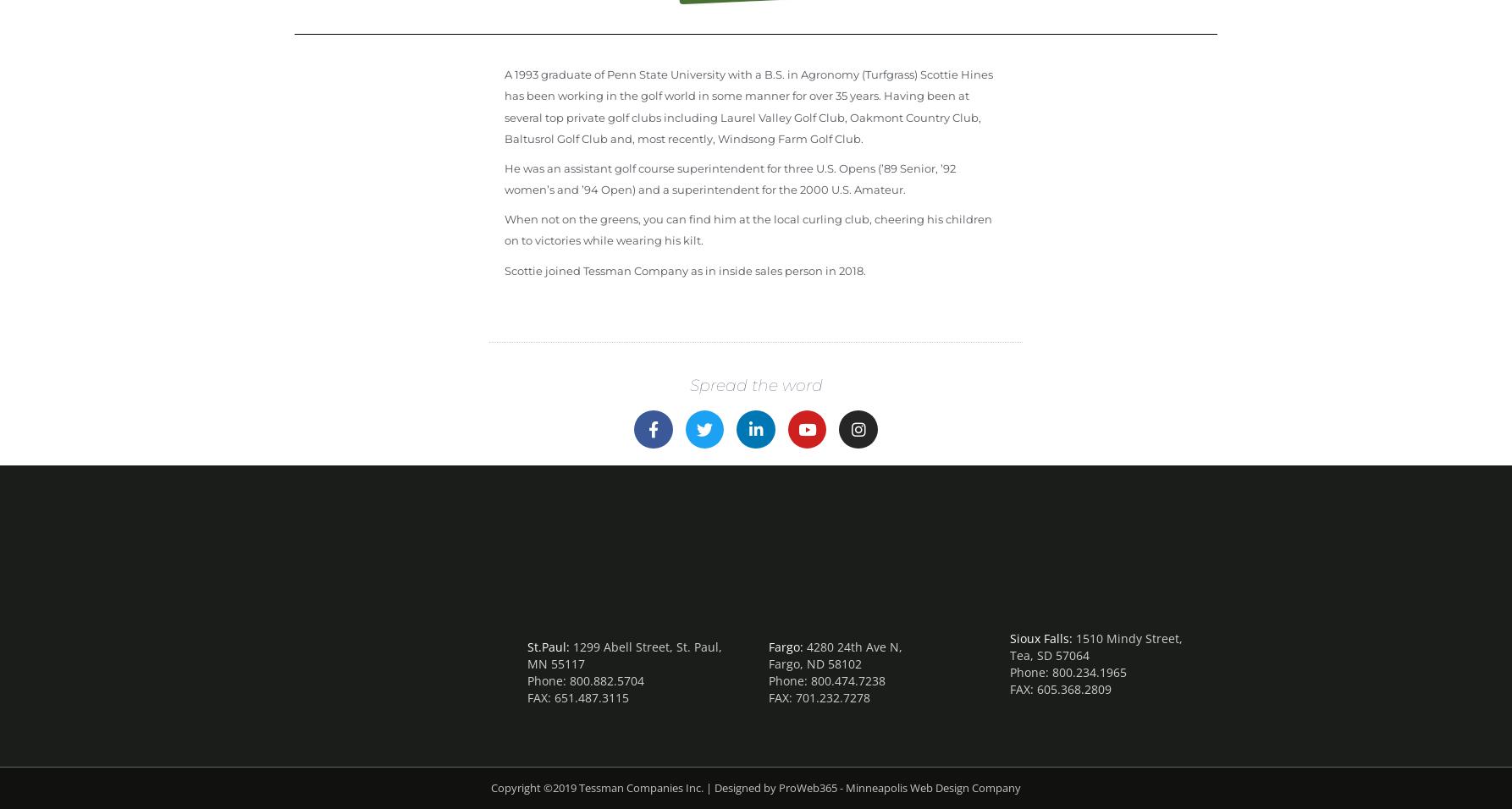 The width and height of the screenshot is (1512, 809). I want to click on 'Copyright ©2019 Tessman Companies Inc. | Designed by', so click(489, 787).